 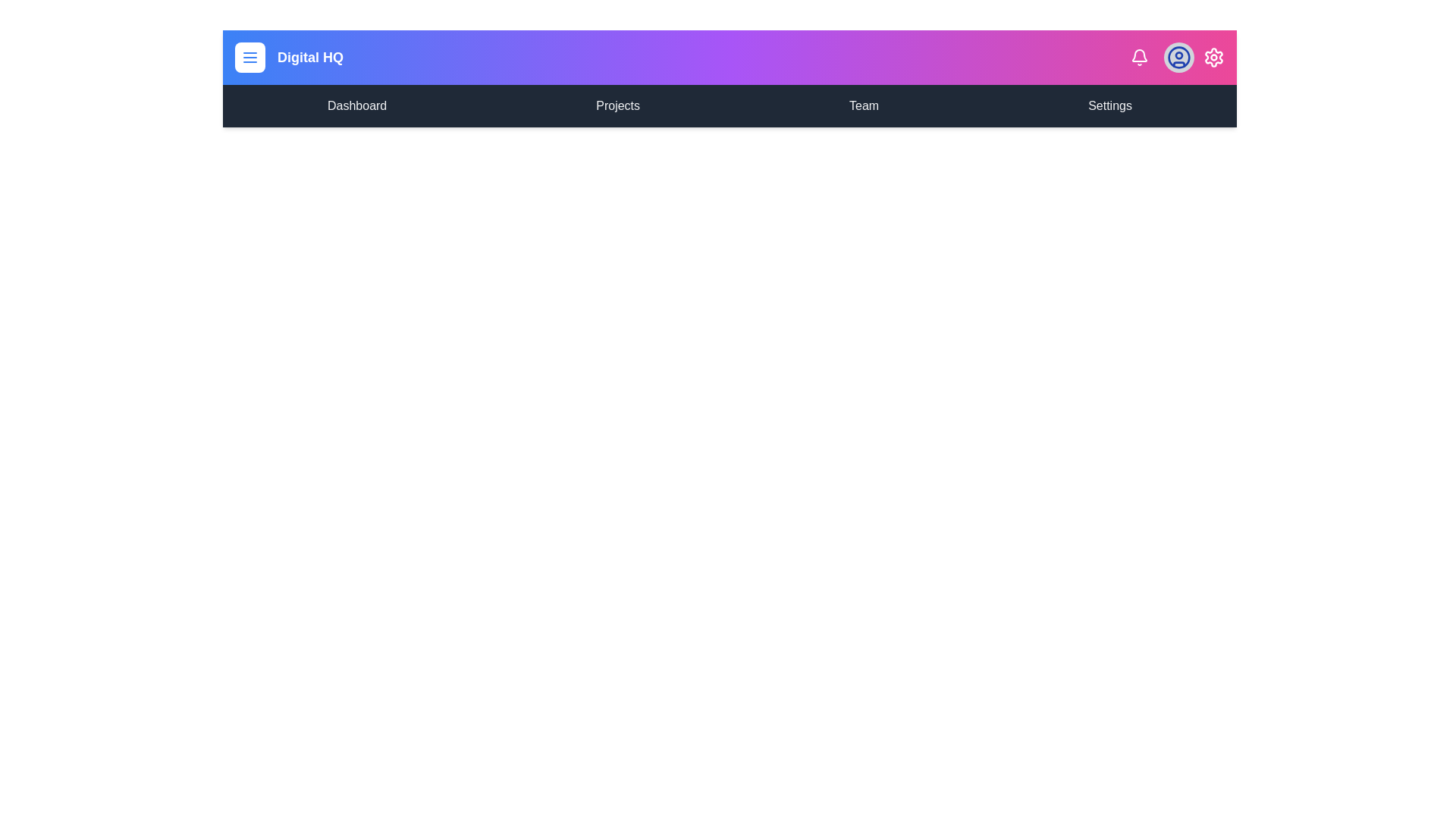 I want to click on the menu item labeled Settings in the navigation bar, so click(x=1110, y=105).